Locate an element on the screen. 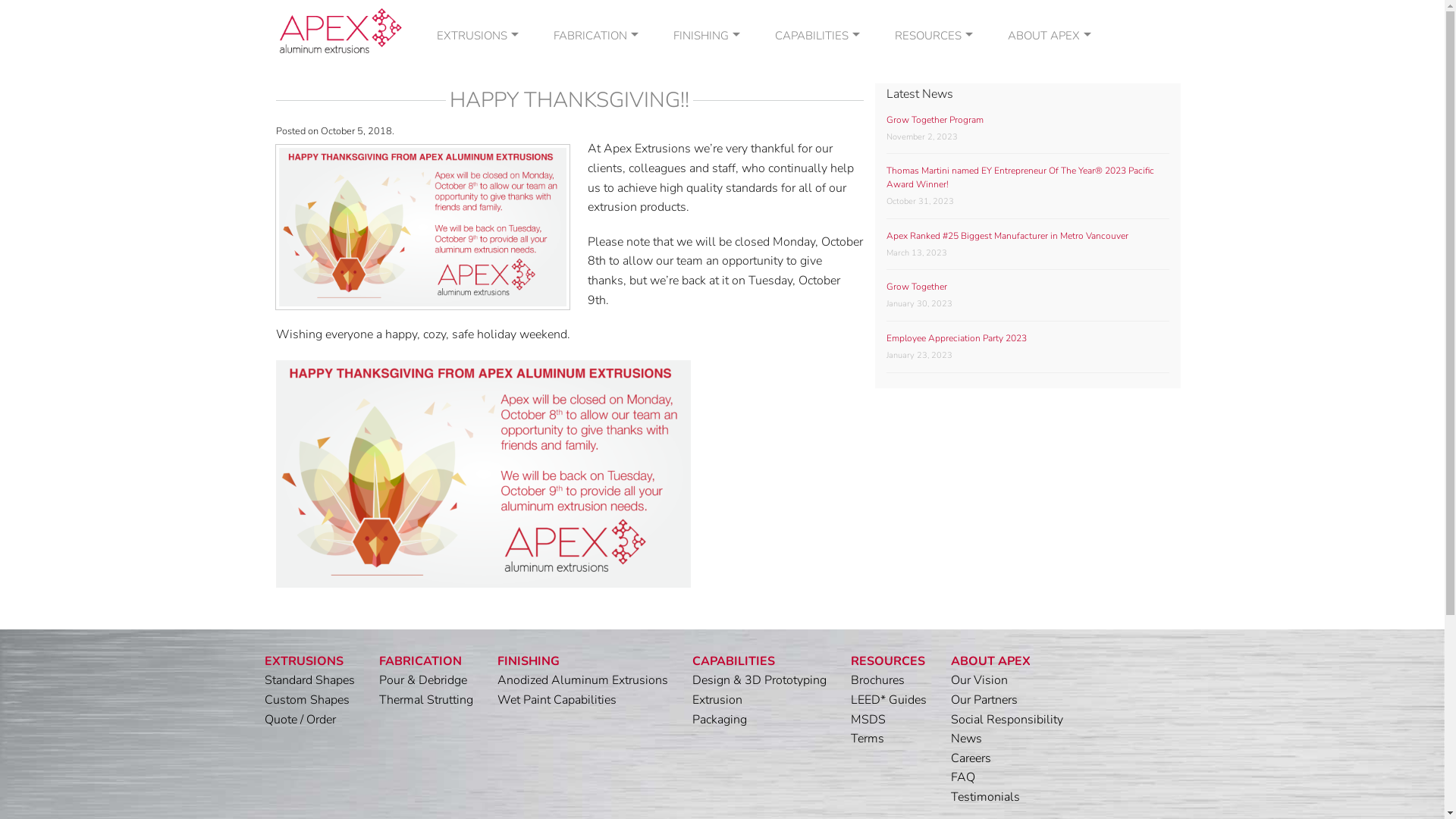 This screenshot has height=819, width=1456. 'CAPABILITIES' is located at coordinates (815, 35).